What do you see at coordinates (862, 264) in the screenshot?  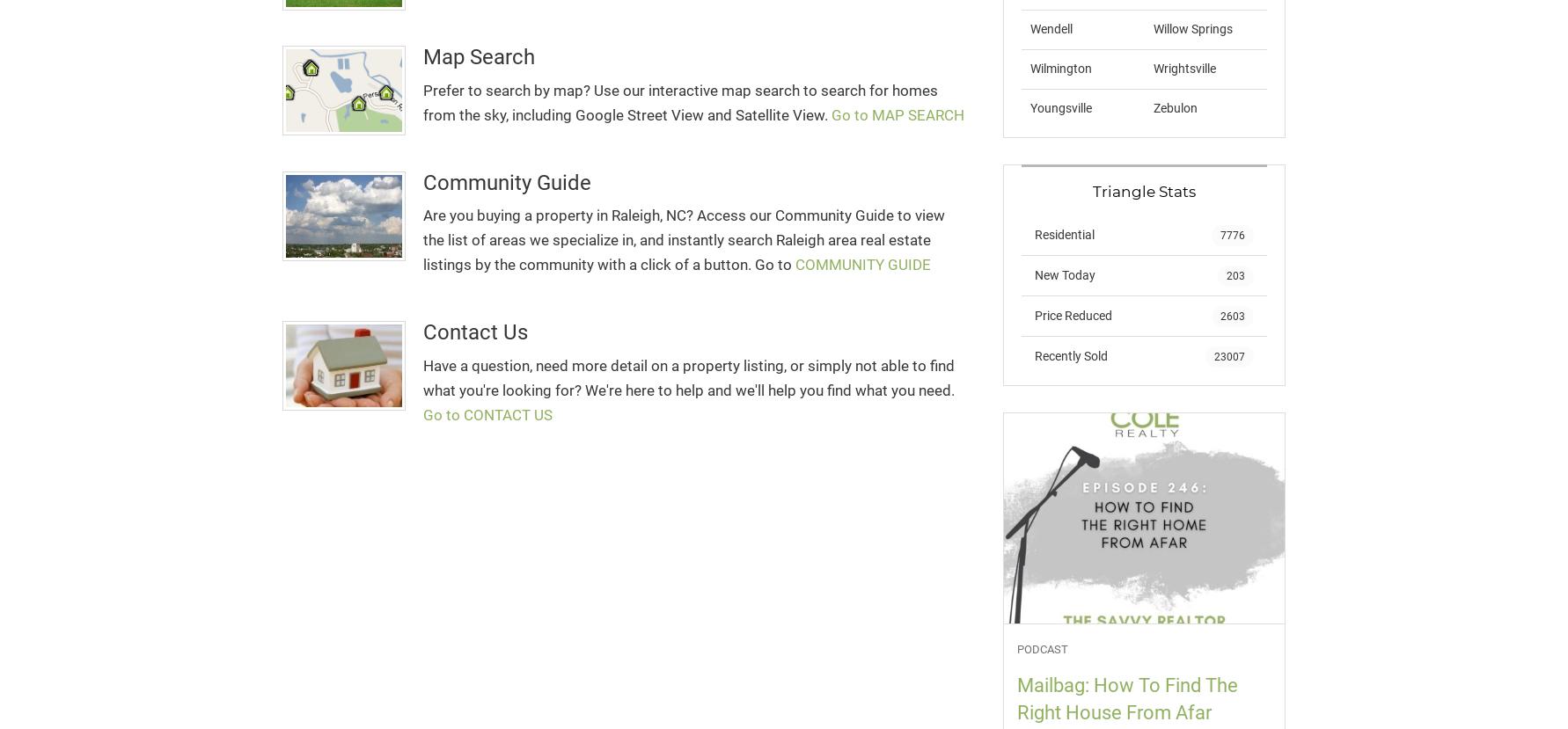 I see `'COMMUNITY GUIDE'` at bounding box center [862, 264].